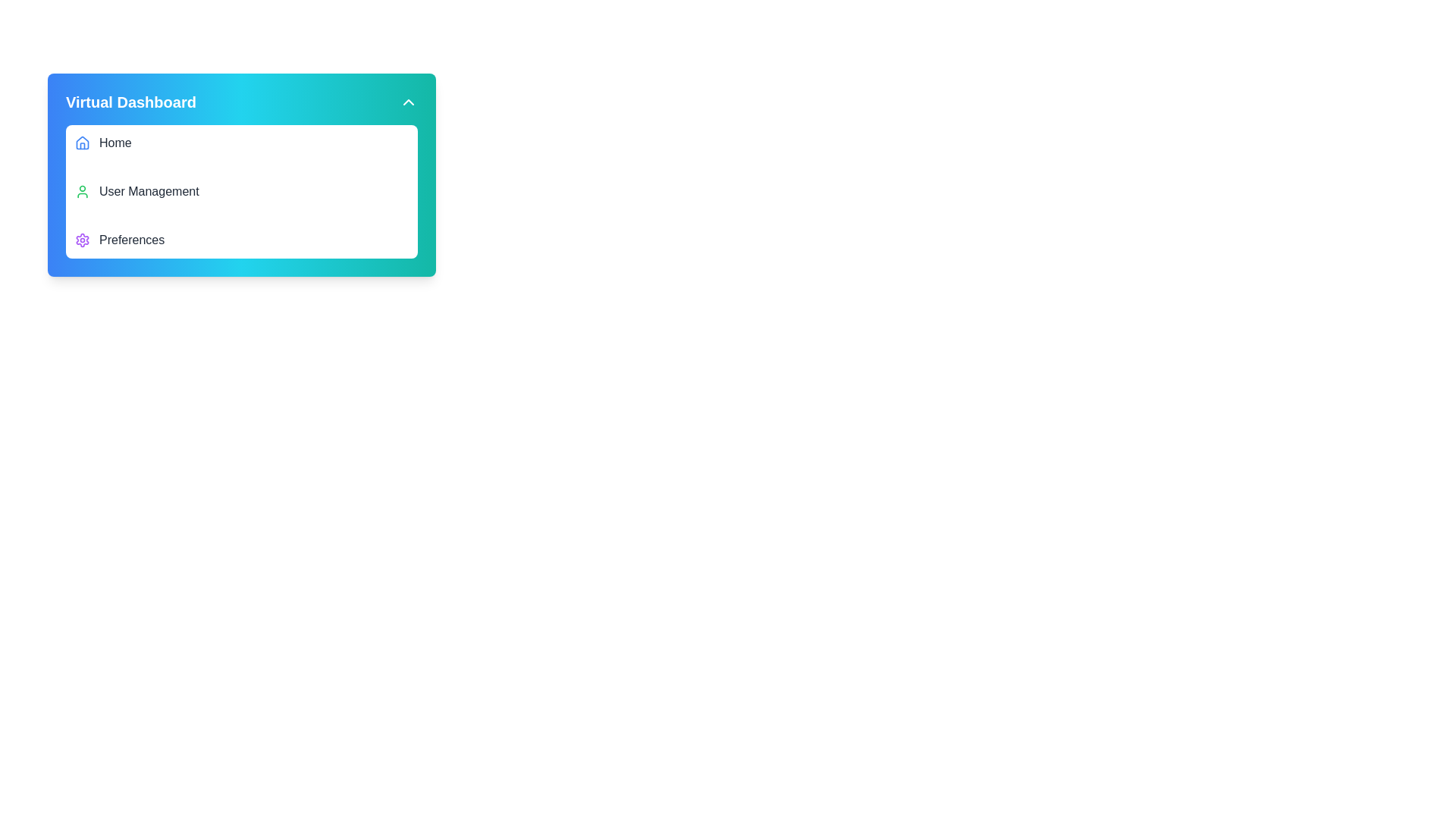  I want to click on Text Label located immediately to the right of the house-shaped icon in the Virtual Dashboard menu, so click(115, 143).